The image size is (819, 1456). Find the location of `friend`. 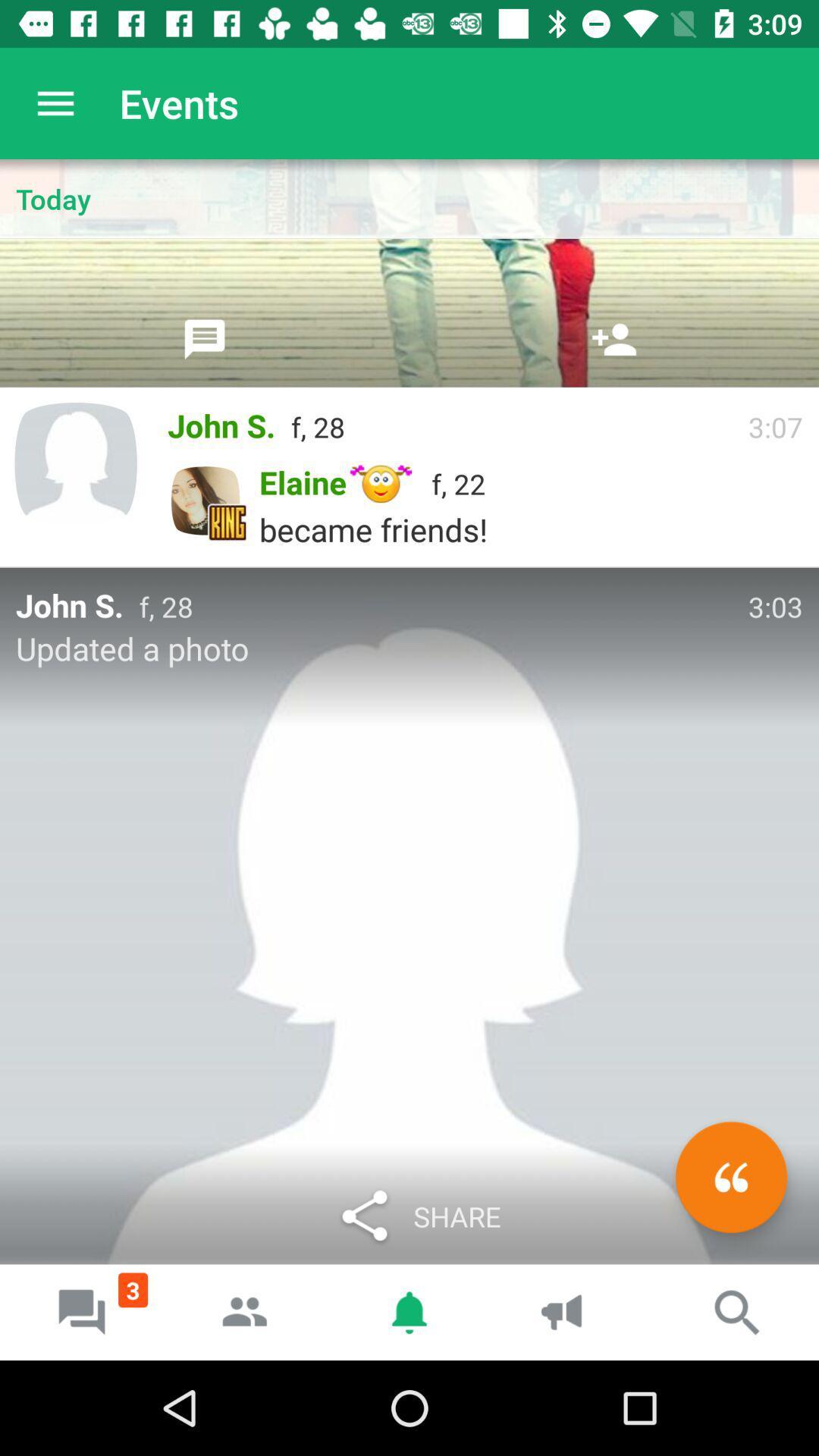

friend is located at coordinates (614, 338).